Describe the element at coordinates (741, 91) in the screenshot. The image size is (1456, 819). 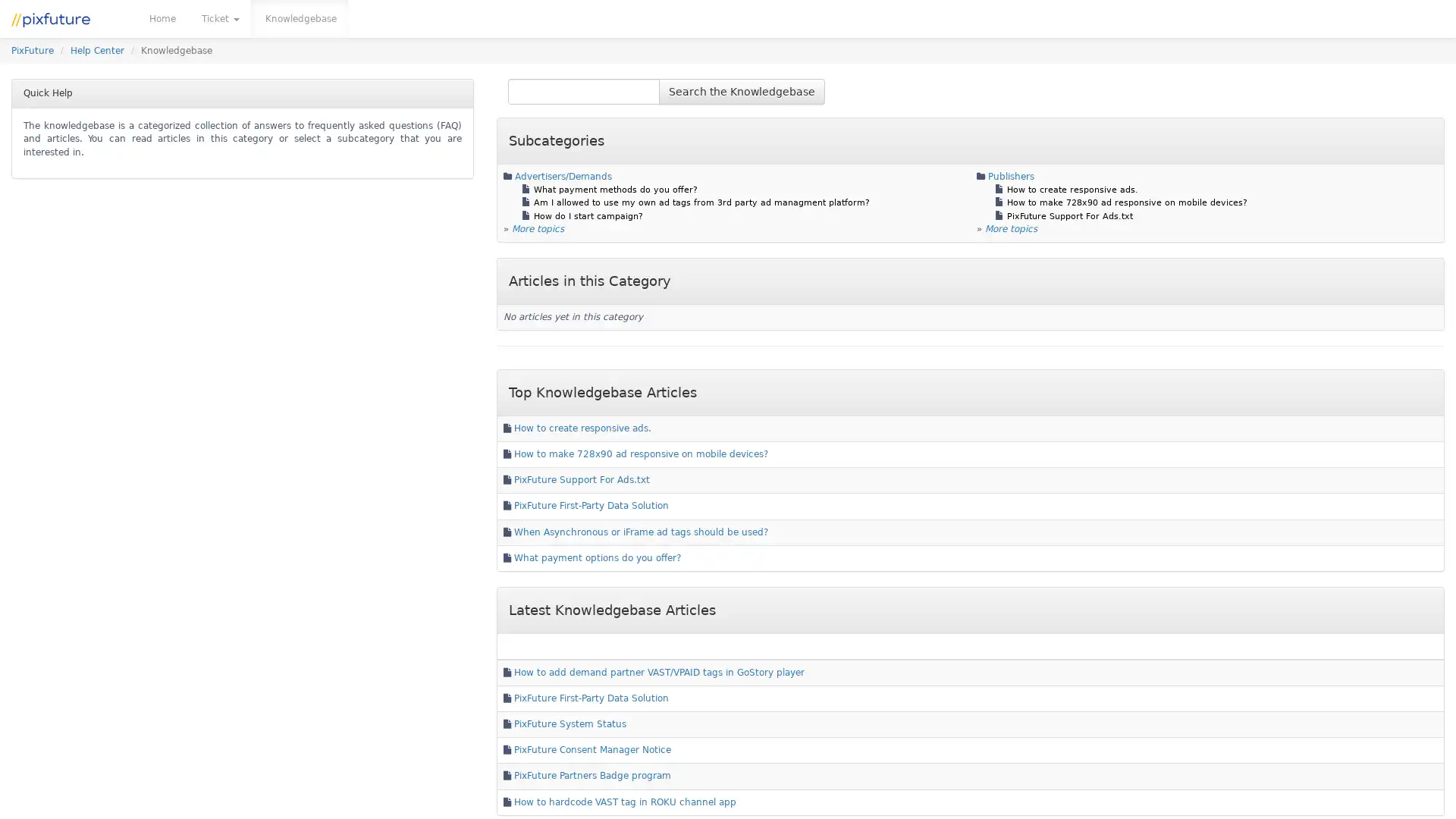
I see `Search the Knowledgebase` at that location.